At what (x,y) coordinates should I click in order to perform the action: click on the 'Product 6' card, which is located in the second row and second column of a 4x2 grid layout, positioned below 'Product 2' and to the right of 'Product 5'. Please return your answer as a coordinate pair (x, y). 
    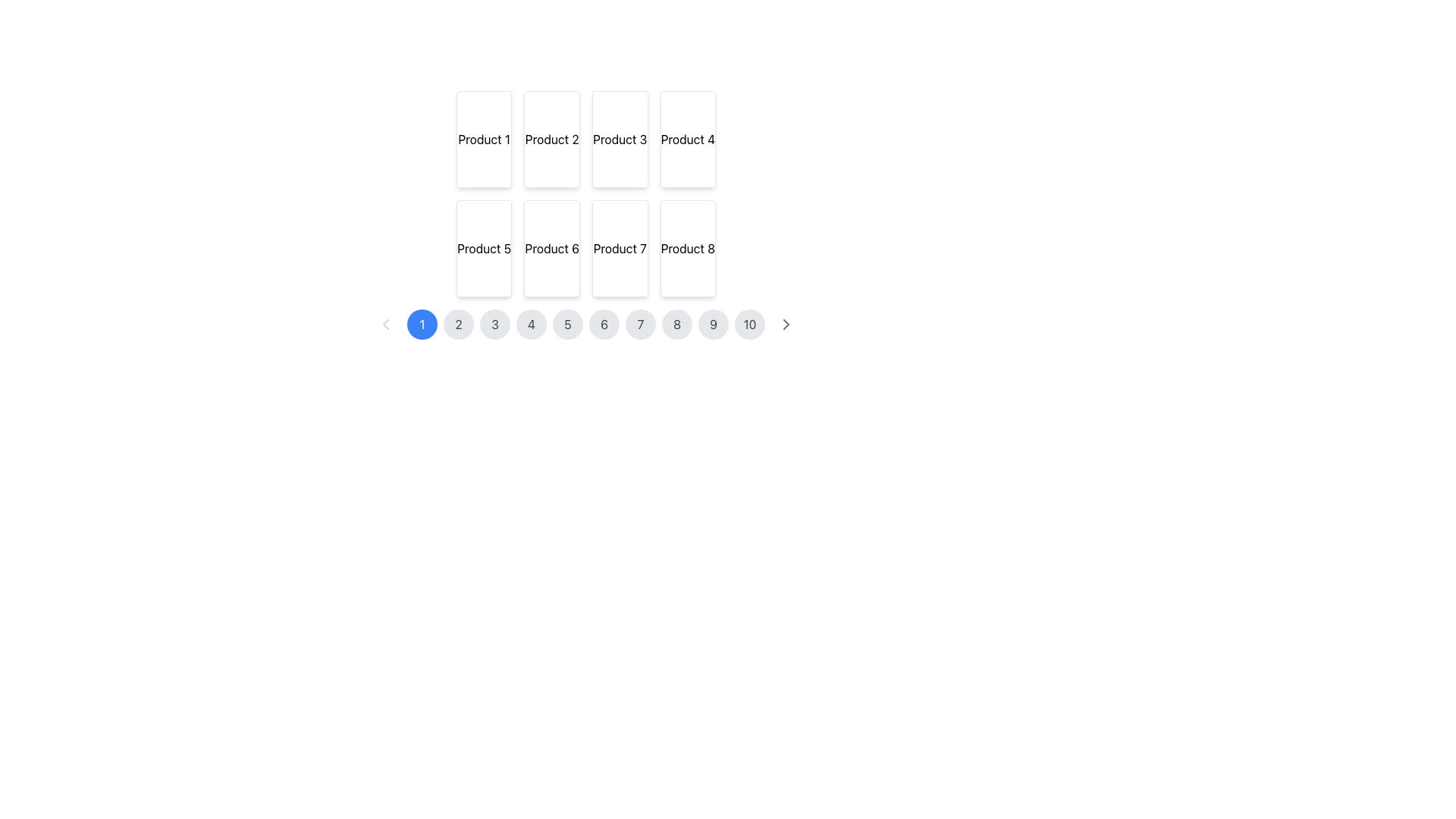
    Looking at the image, I should click on (551, 247).